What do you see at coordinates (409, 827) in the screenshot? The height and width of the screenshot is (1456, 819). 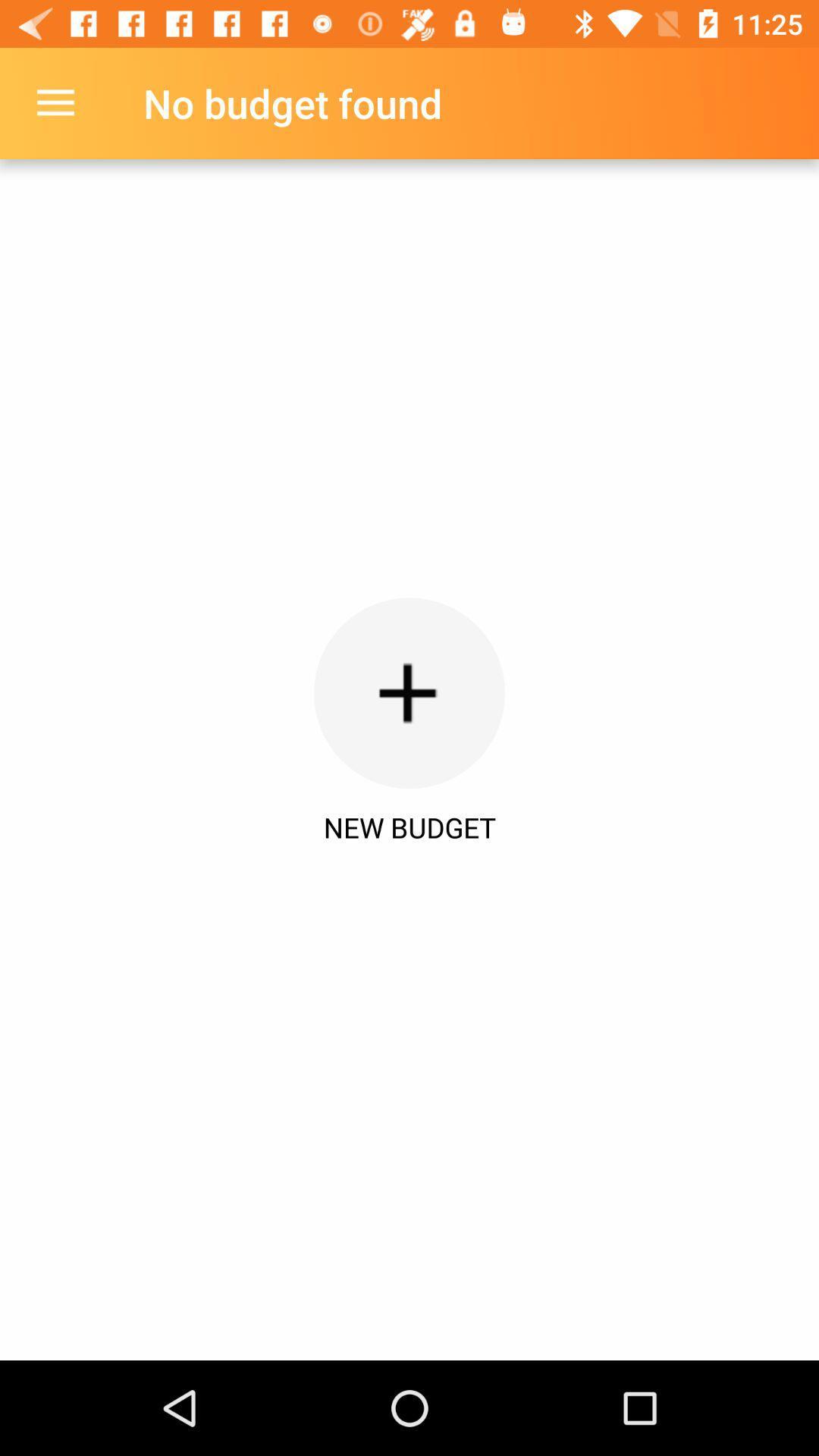 I see `new budget icon` at bounding box center [409, 827].